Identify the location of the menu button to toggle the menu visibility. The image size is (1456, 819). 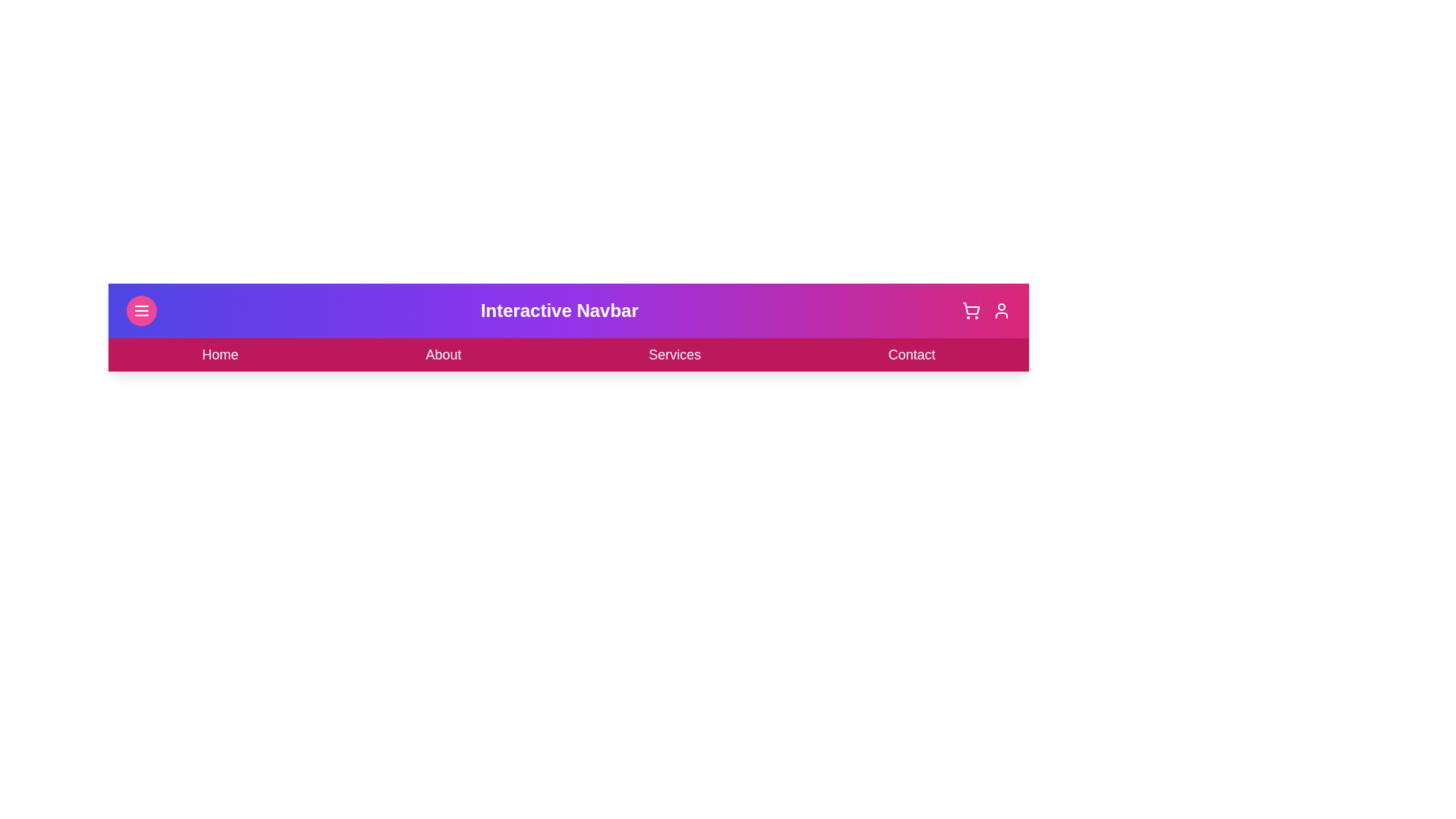
(142, 309).